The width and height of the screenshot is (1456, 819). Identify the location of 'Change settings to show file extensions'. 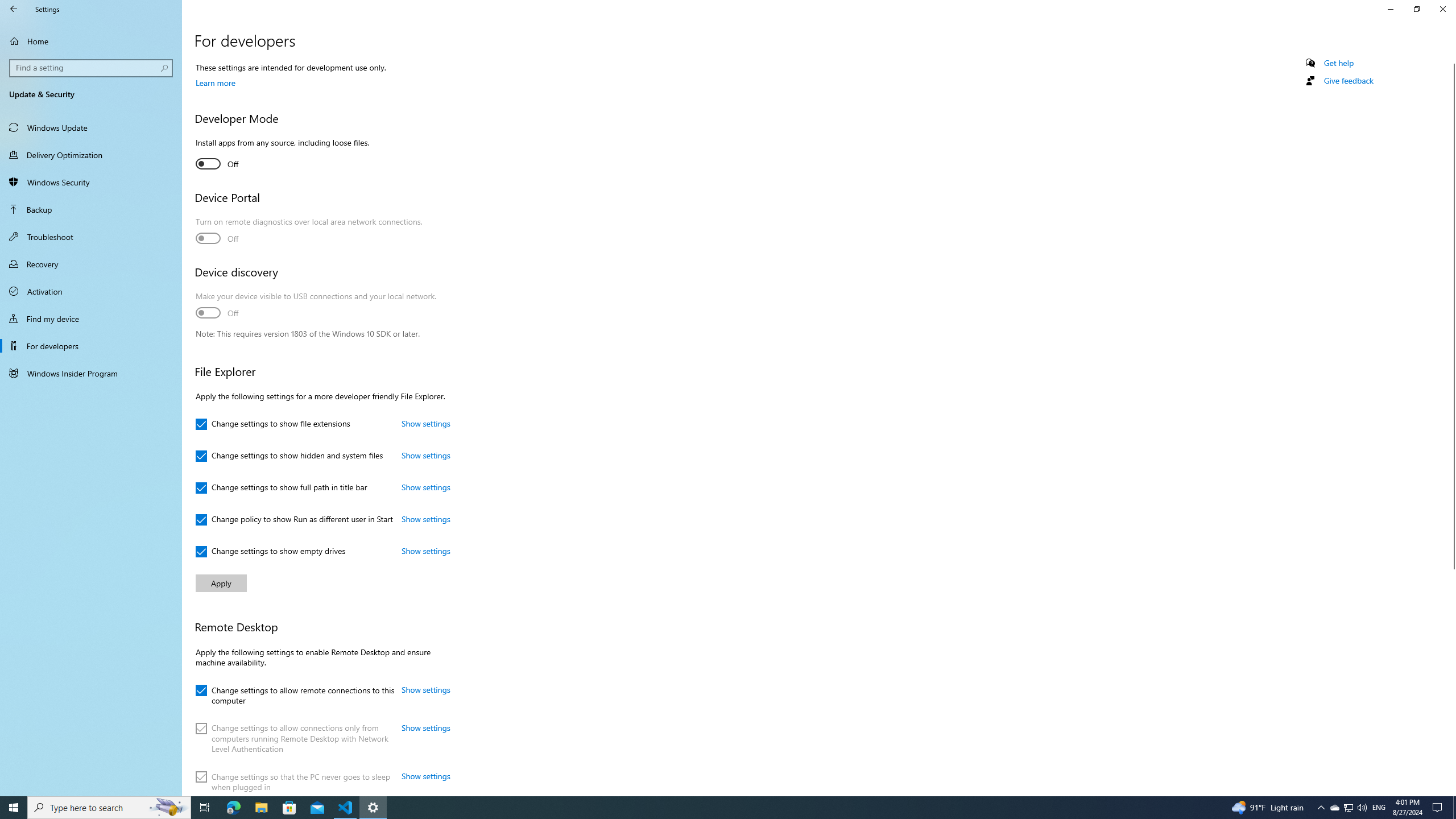
(273, 423).